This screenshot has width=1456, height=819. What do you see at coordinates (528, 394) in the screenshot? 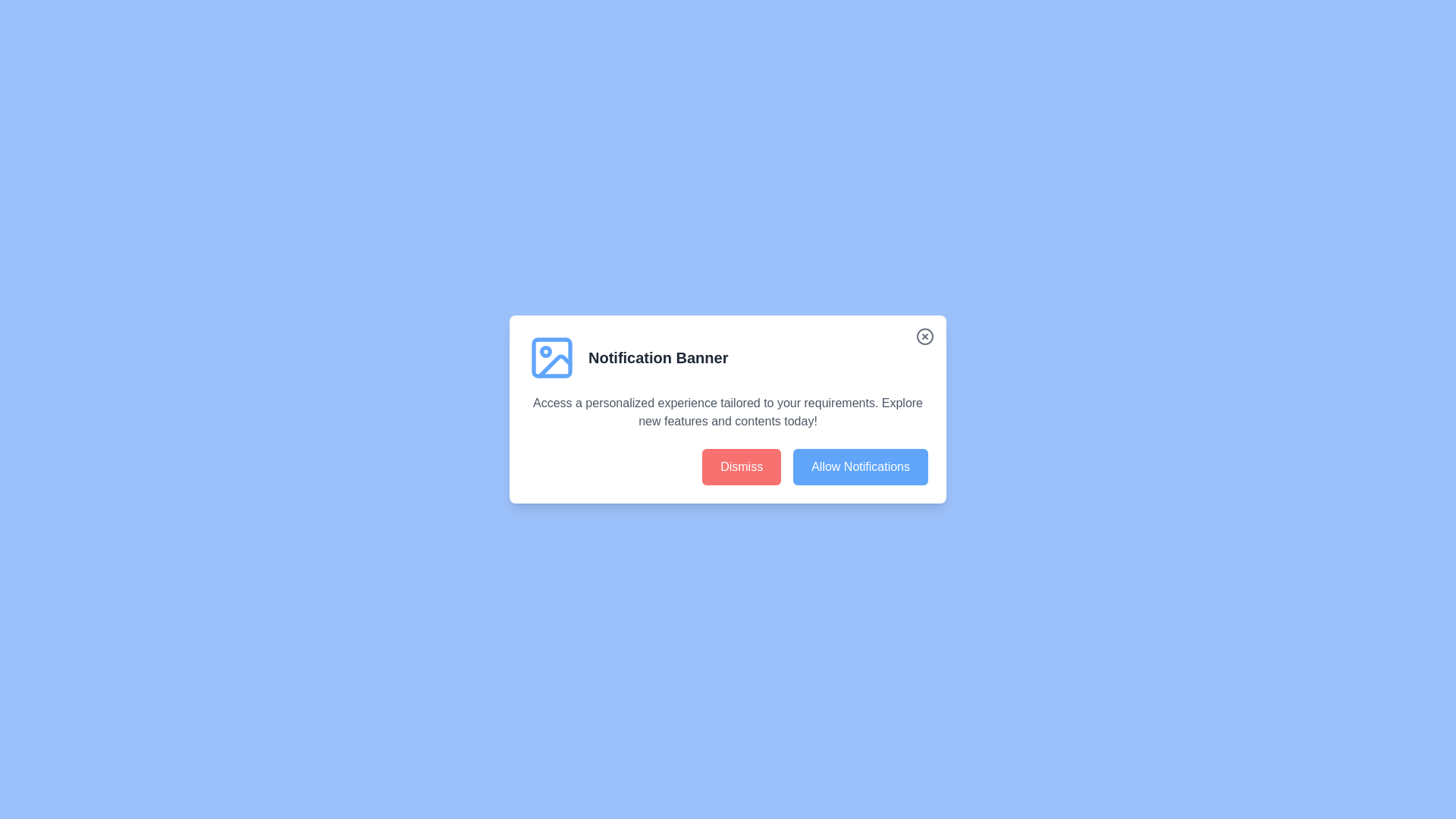
I see `the text content of the banner` at bounding box center [528, 394].